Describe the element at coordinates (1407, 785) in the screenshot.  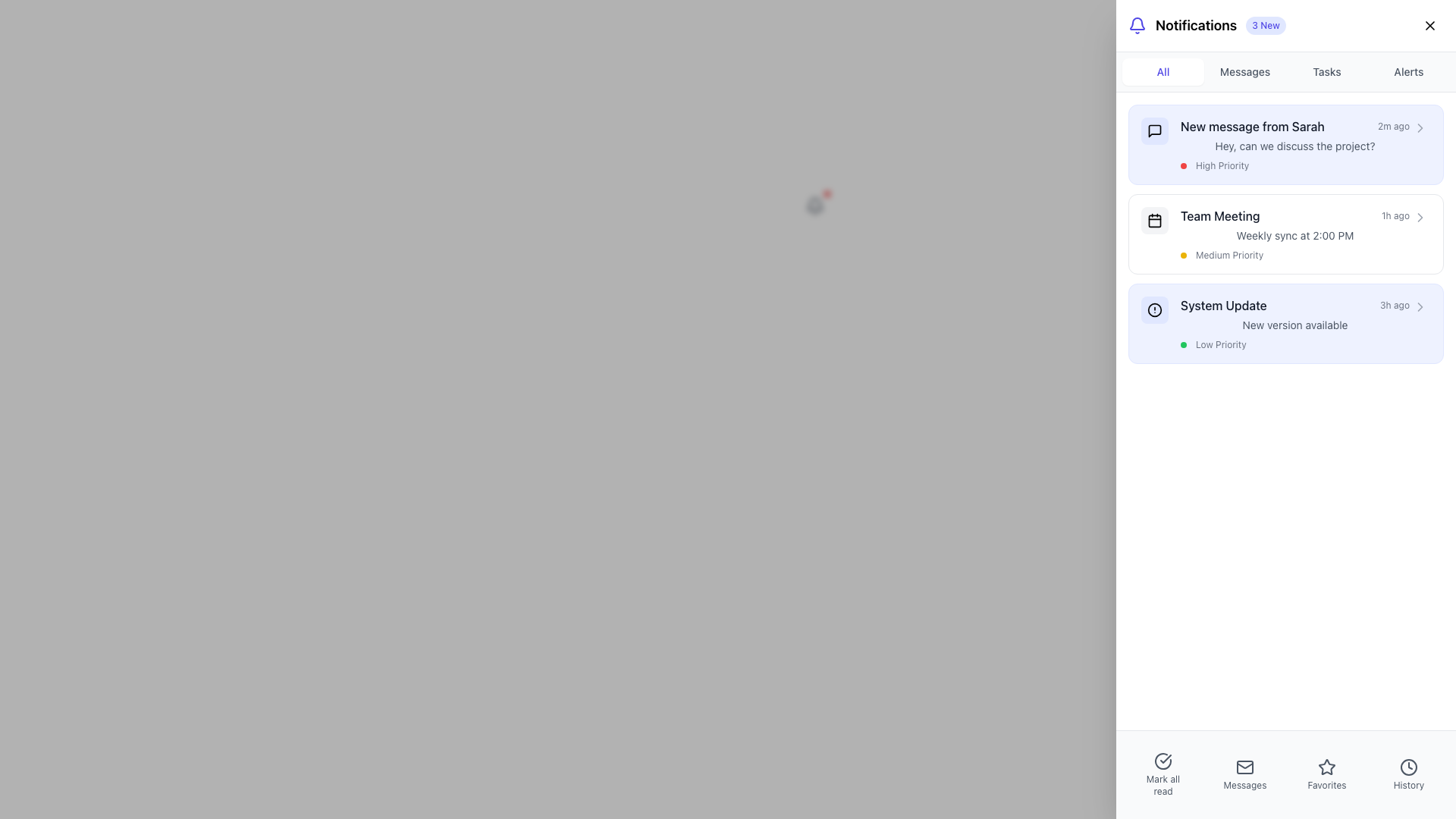
I see `text label that describes the functionality of the 'History' button located at the bottom-right corner of the interface` at that location.